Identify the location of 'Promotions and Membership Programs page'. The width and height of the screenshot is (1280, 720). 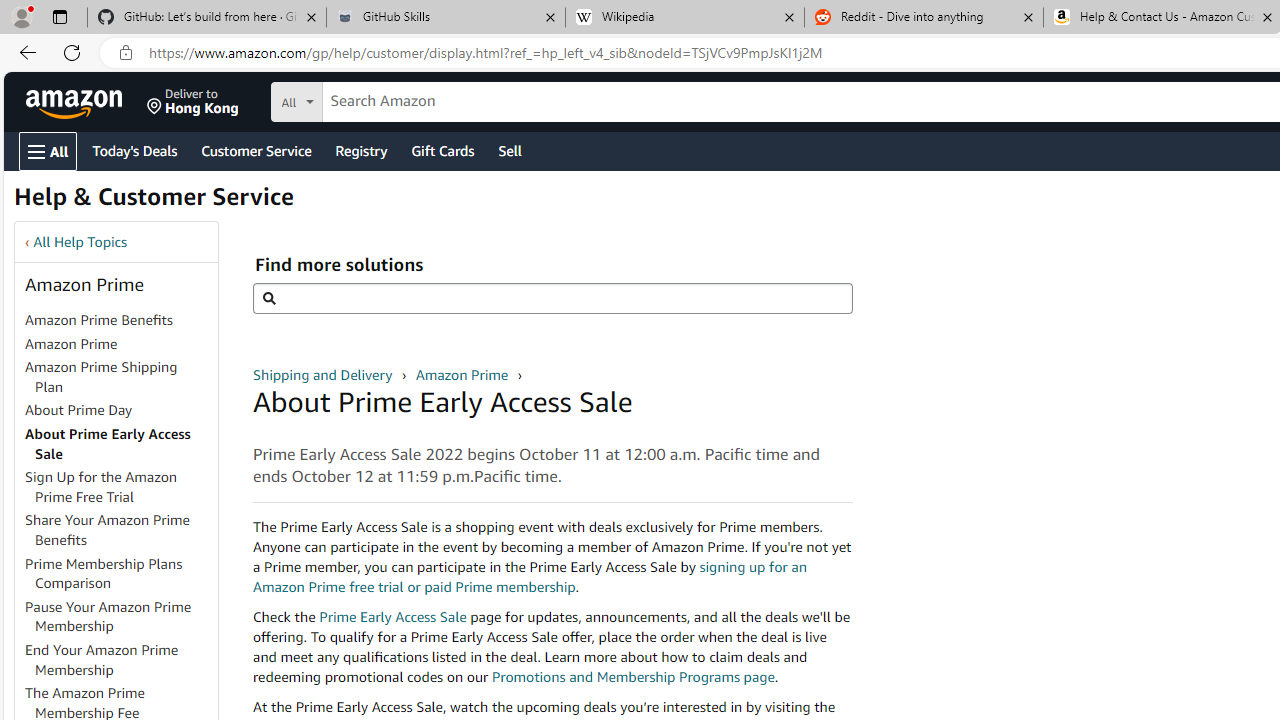
(631, 675).